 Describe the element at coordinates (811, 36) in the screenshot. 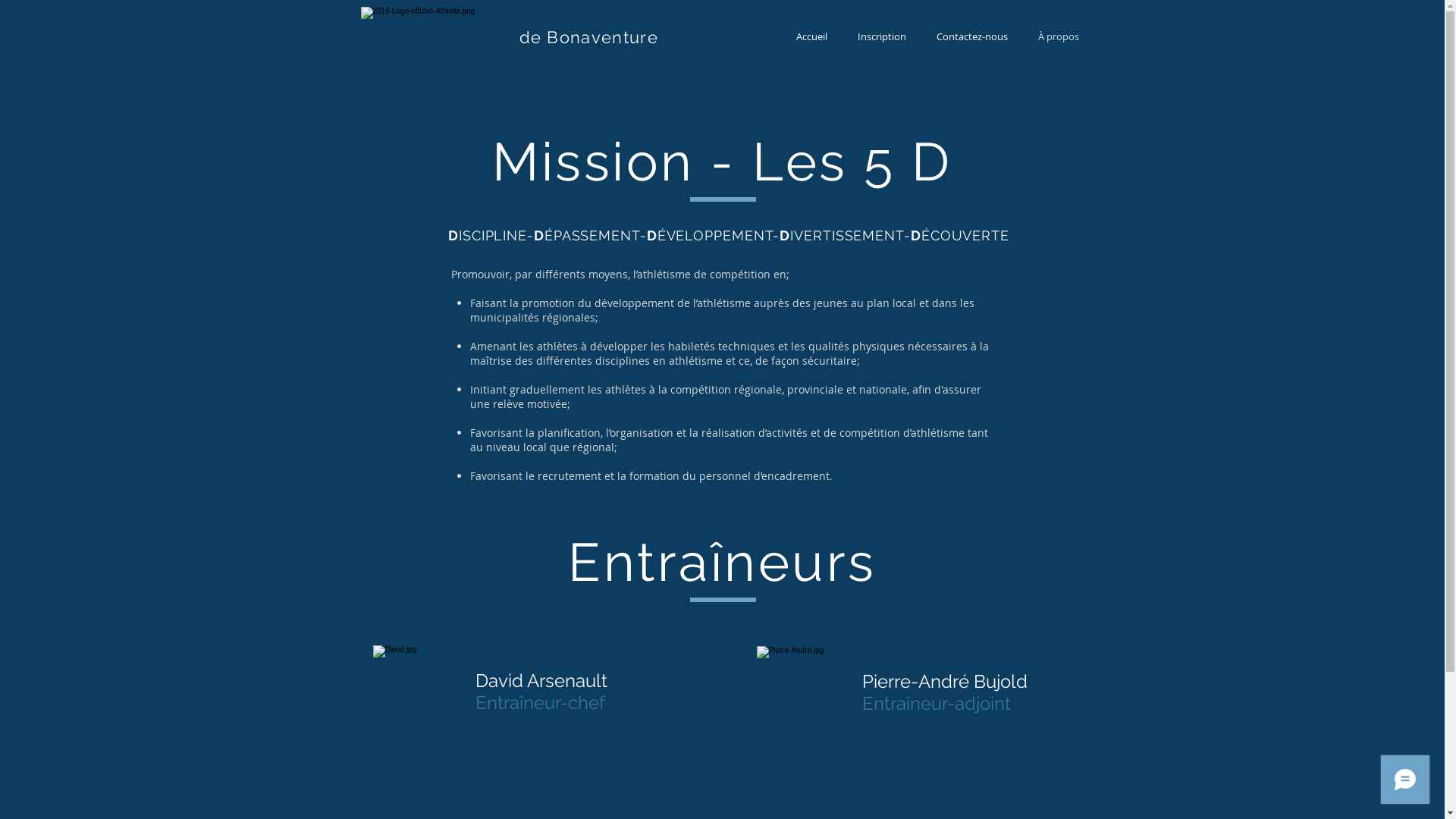

I see `'Accueil'` at that location.